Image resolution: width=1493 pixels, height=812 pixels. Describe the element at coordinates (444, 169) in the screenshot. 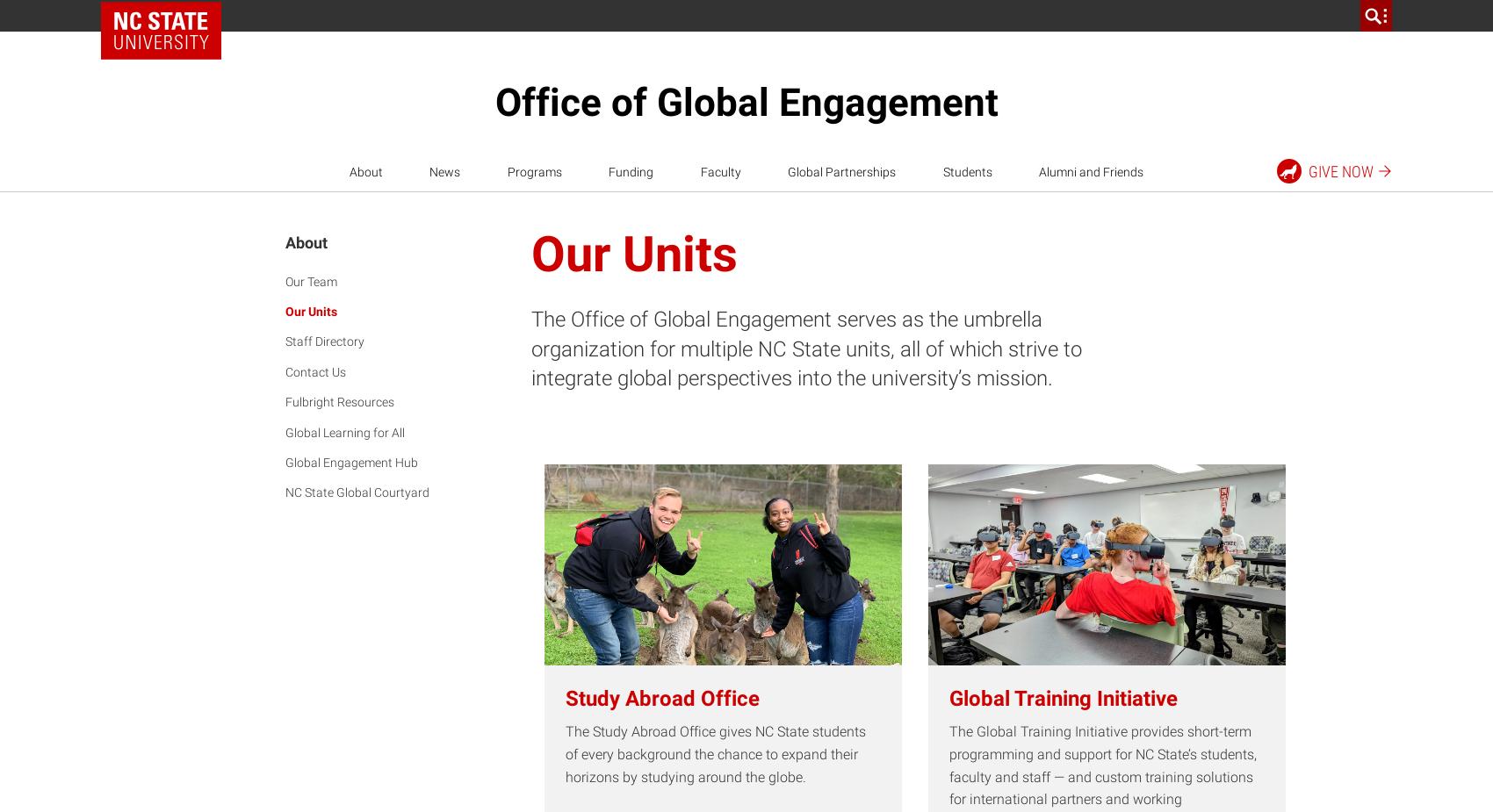

I see `'News'` at that location.